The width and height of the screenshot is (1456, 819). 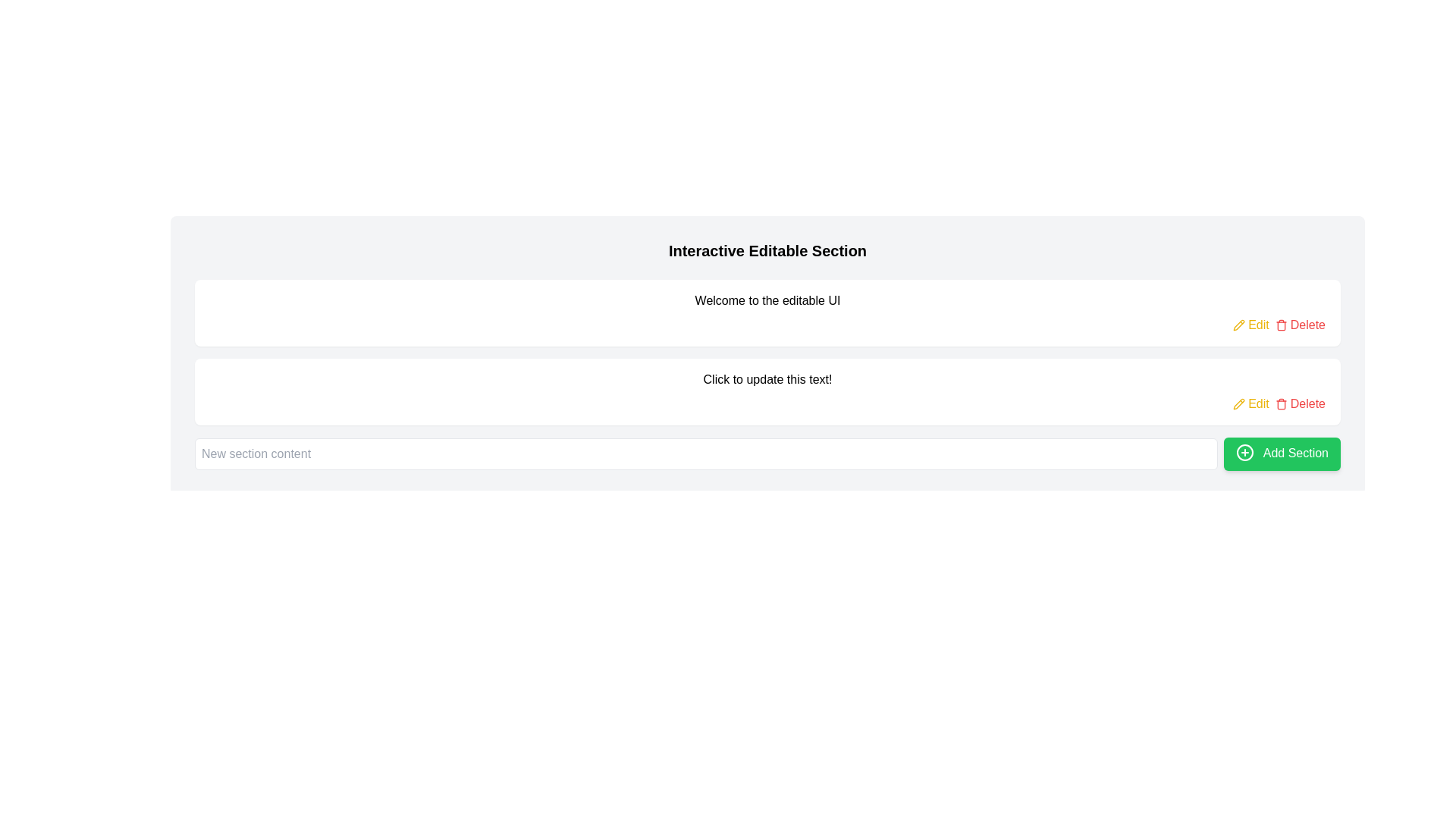 I want to click on the circular SVG component with a plus icon that is part of the 'Add Section' button located in the bottom-right area of the interface, so click(x=1245, y=452).